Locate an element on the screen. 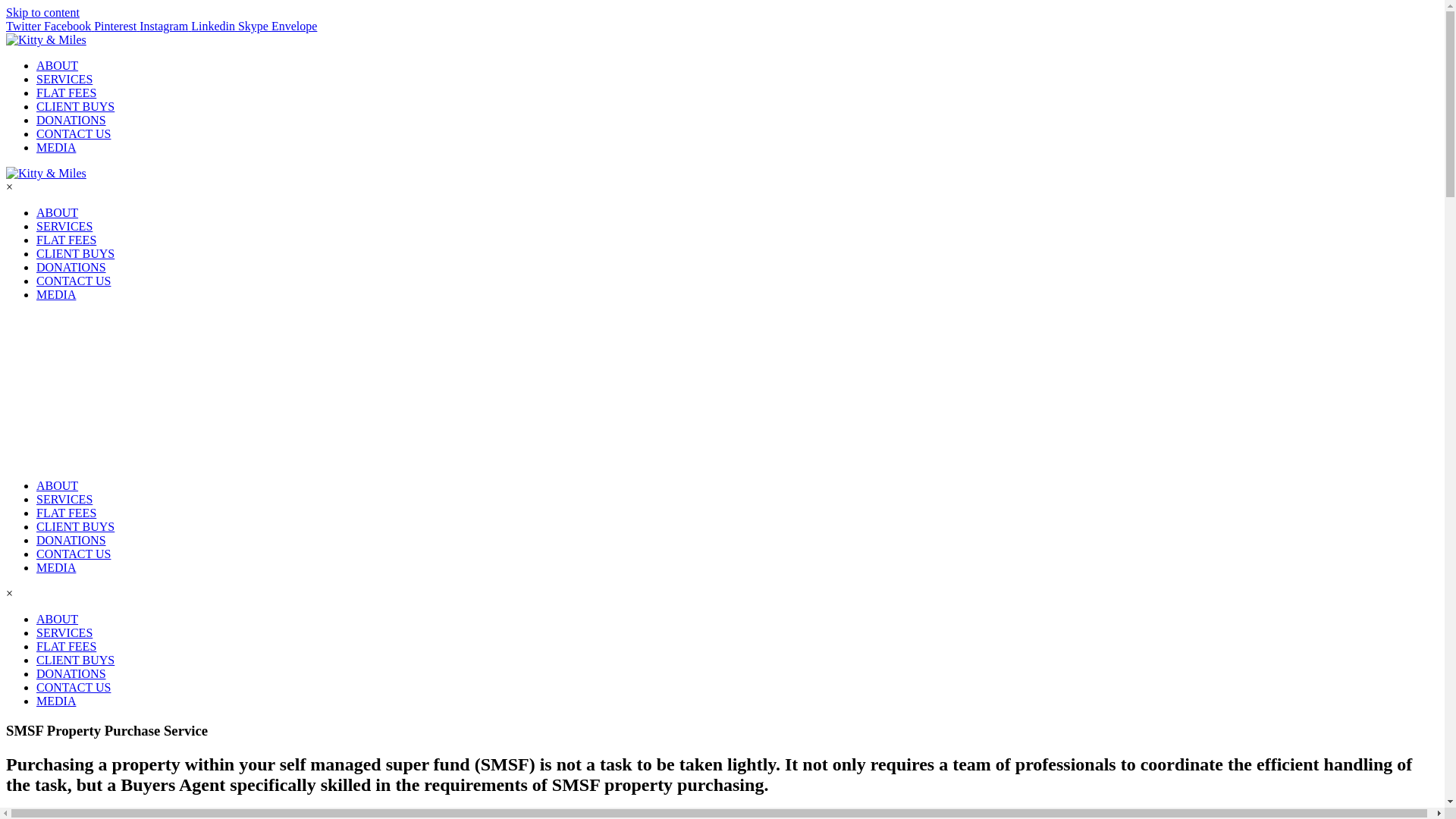 The height and width of the screenshot is (819, 1456). 'CONTACT US' is located at coordinates (1026, 70).